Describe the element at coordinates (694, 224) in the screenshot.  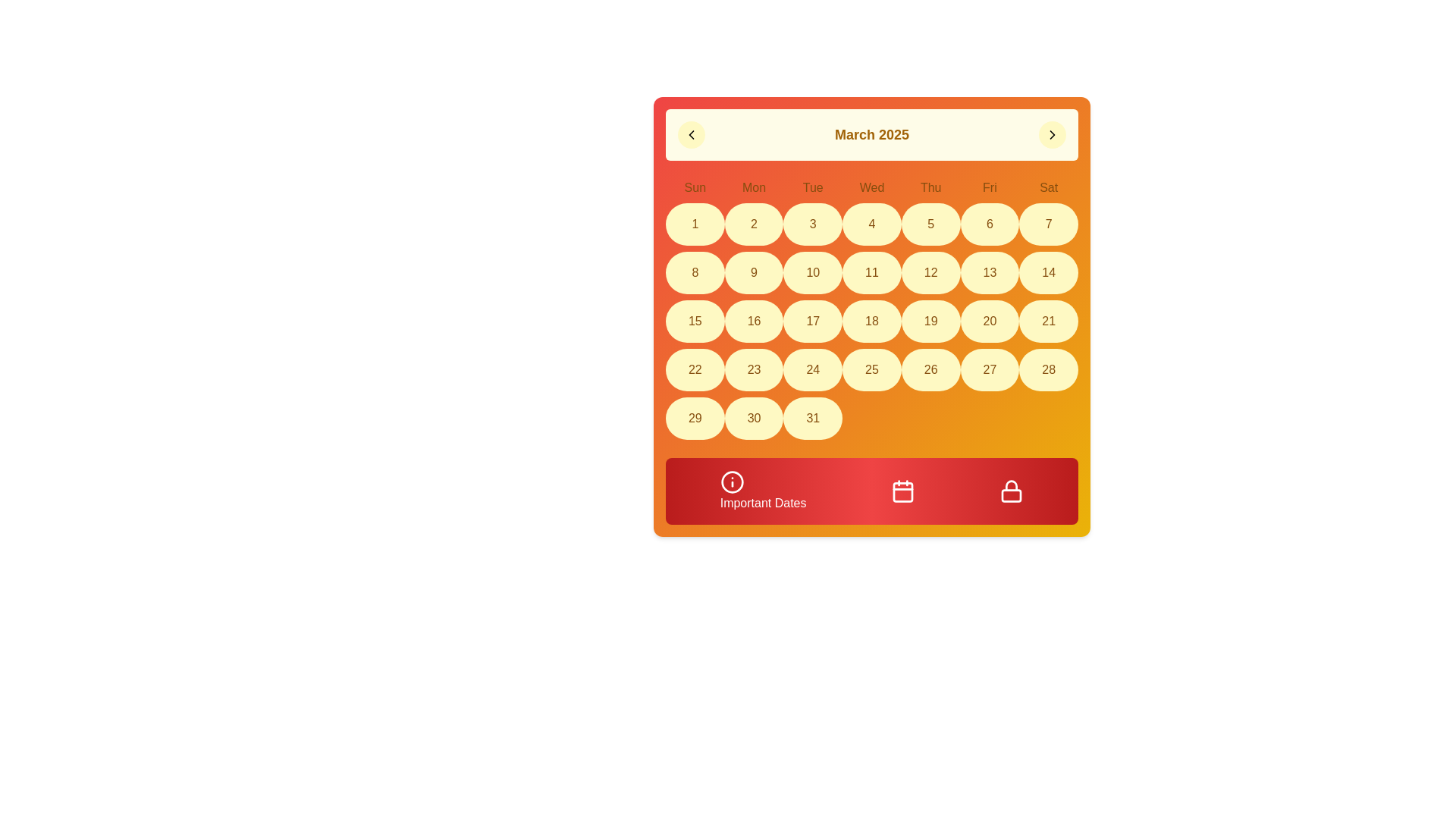
I see `the calendar date cell button located in the top-left corner of the calendar grid, directly under the label 'Sun'` at that location.